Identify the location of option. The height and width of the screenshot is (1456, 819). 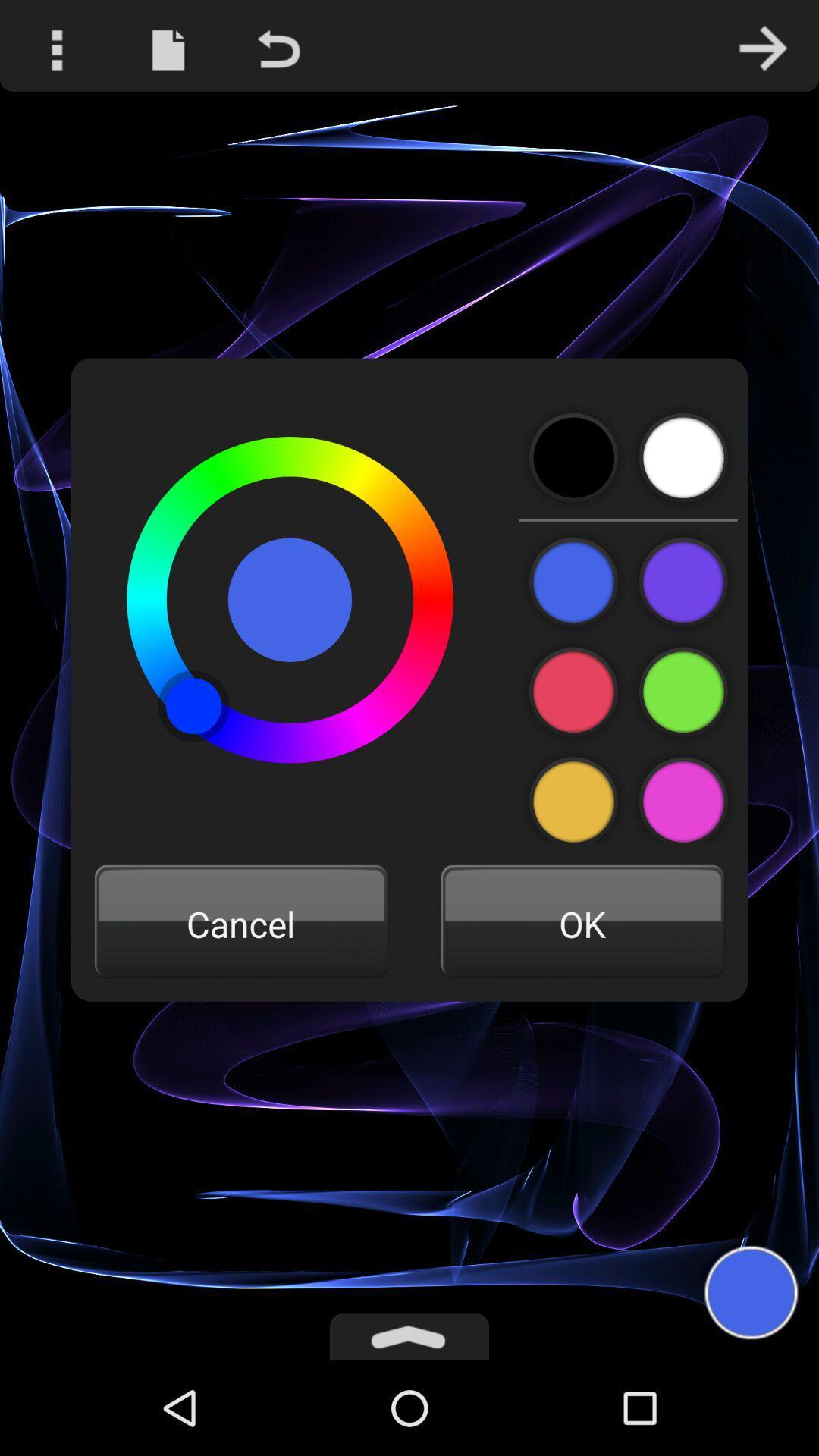
(574, 582).